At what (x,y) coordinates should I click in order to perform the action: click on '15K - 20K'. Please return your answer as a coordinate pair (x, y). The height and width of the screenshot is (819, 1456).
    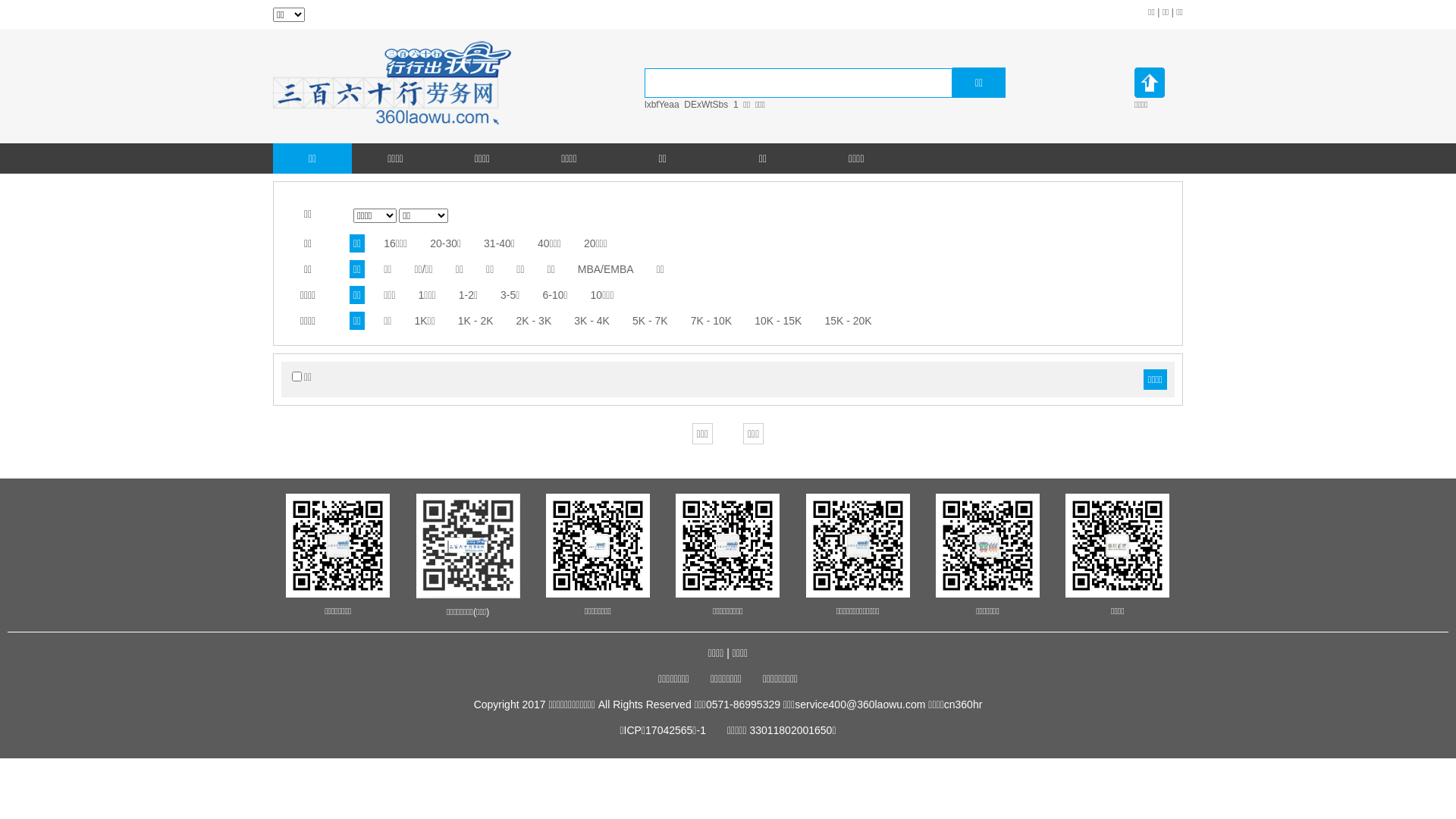
    Looking at the image, I should click on (847, 320).